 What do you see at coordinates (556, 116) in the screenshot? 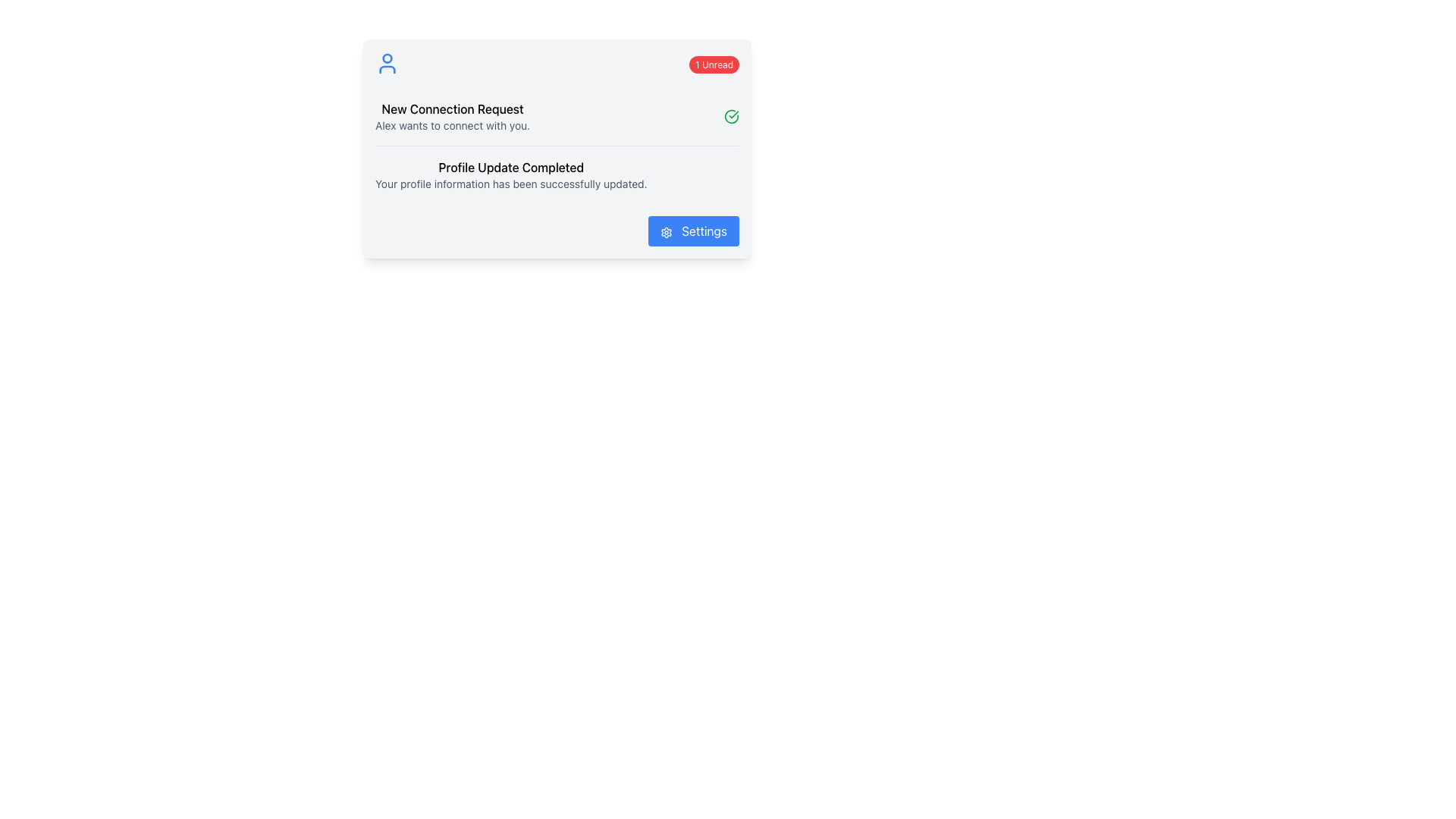
I see `the notification titled 'New Connection Request' that displays the message 'Alex wants to connect with you.'` at bounding box center [556, 116].